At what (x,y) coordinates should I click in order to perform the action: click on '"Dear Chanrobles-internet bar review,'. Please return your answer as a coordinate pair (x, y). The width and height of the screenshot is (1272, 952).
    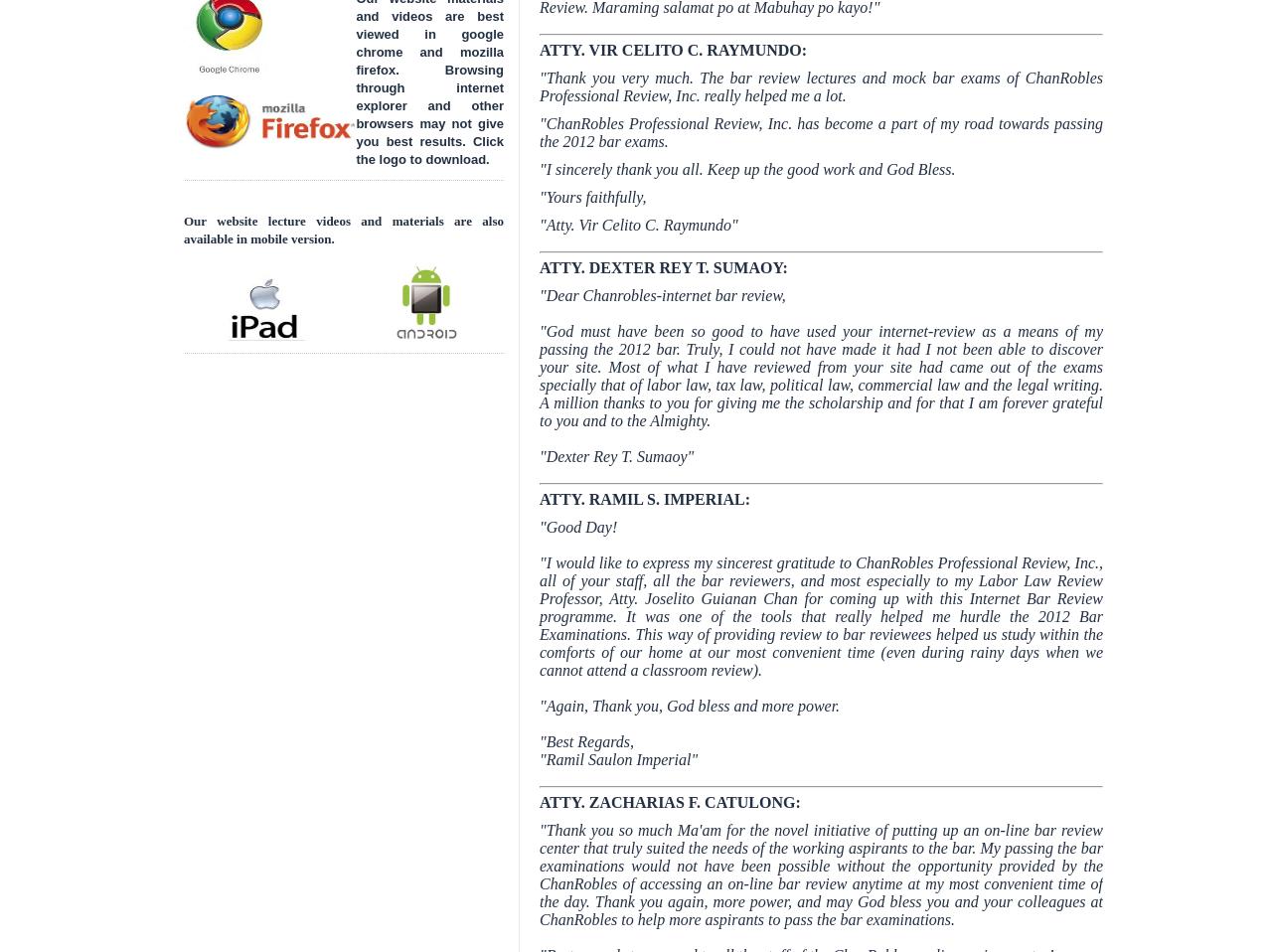
    Looking at the image, I should click on (662, 295).